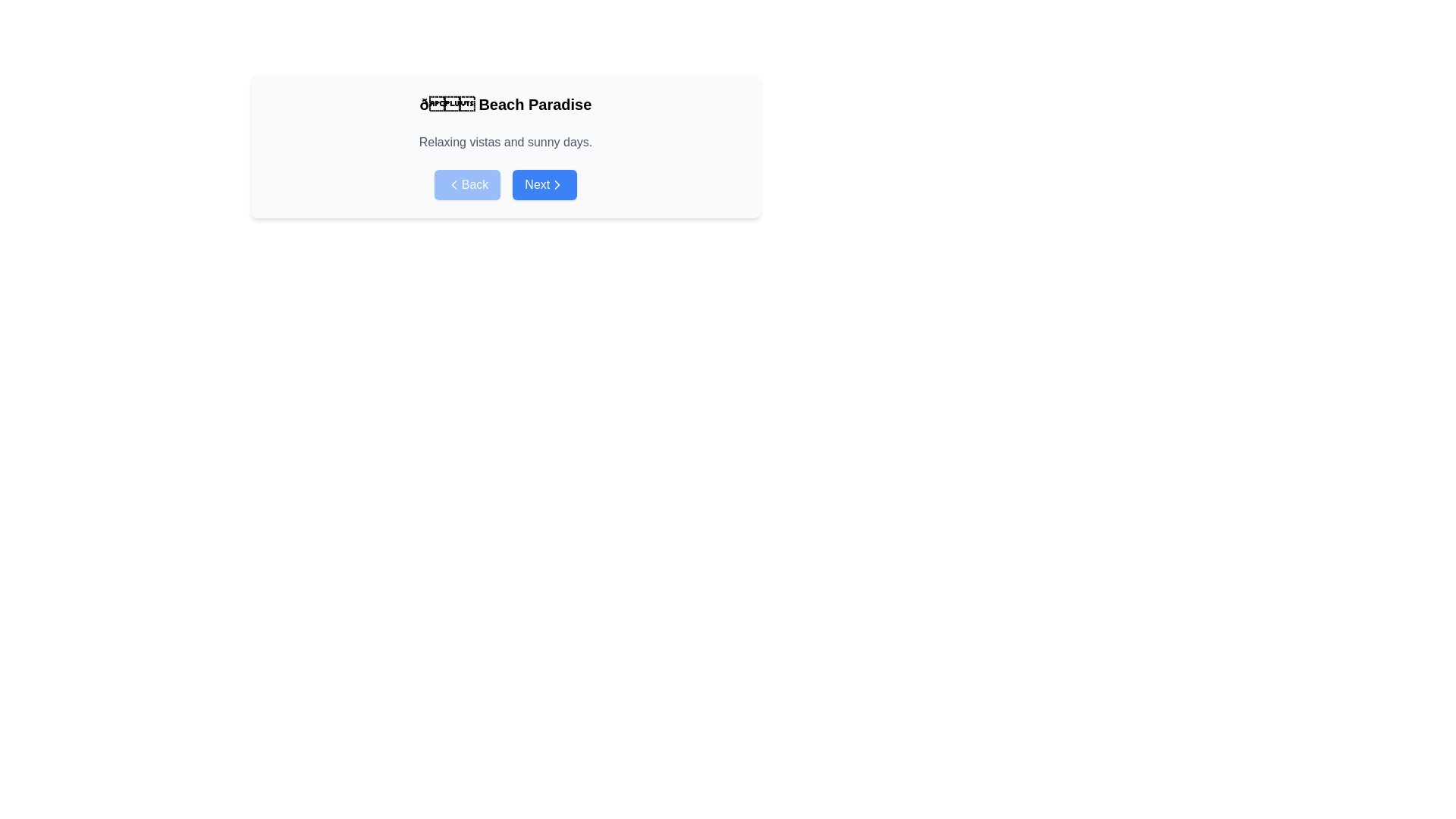  I want to click on left-facing chevron arrow SVG icon contained within the 'Back' button for debugging purposes, so click(453, 184).